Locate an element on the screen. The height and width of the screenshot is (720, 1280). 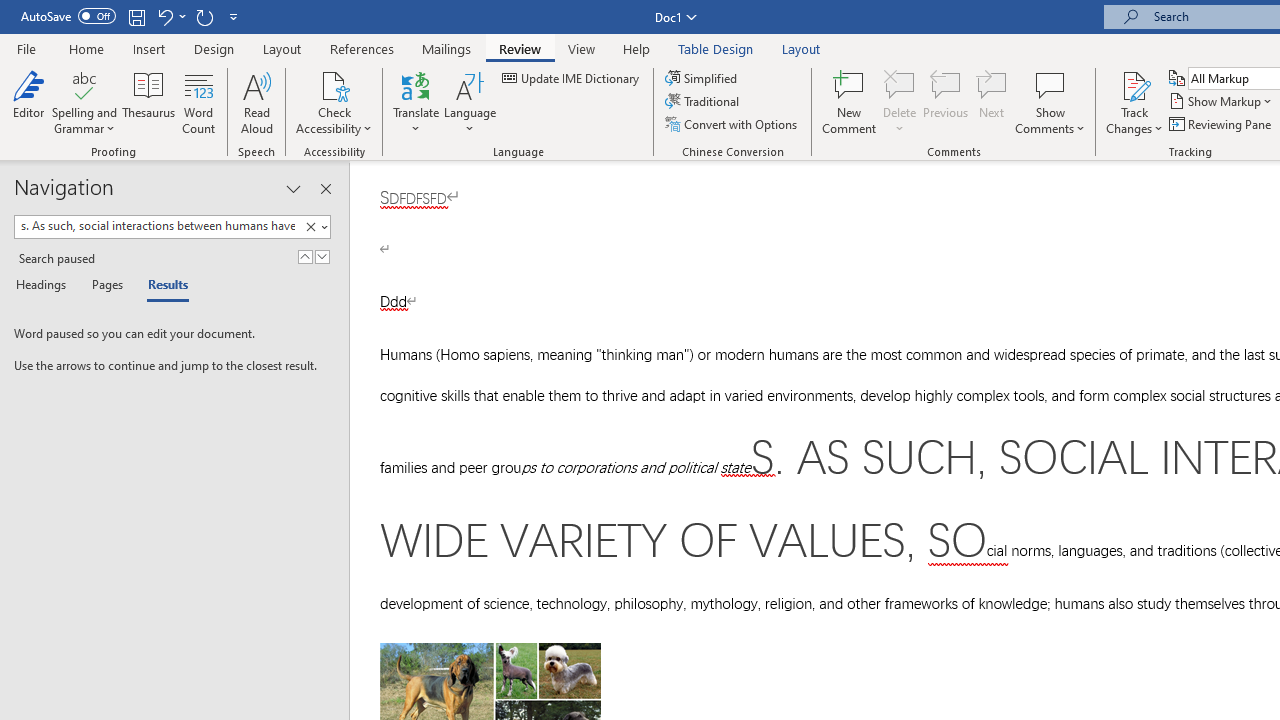
'Language' is located at coordinates (469, 103).